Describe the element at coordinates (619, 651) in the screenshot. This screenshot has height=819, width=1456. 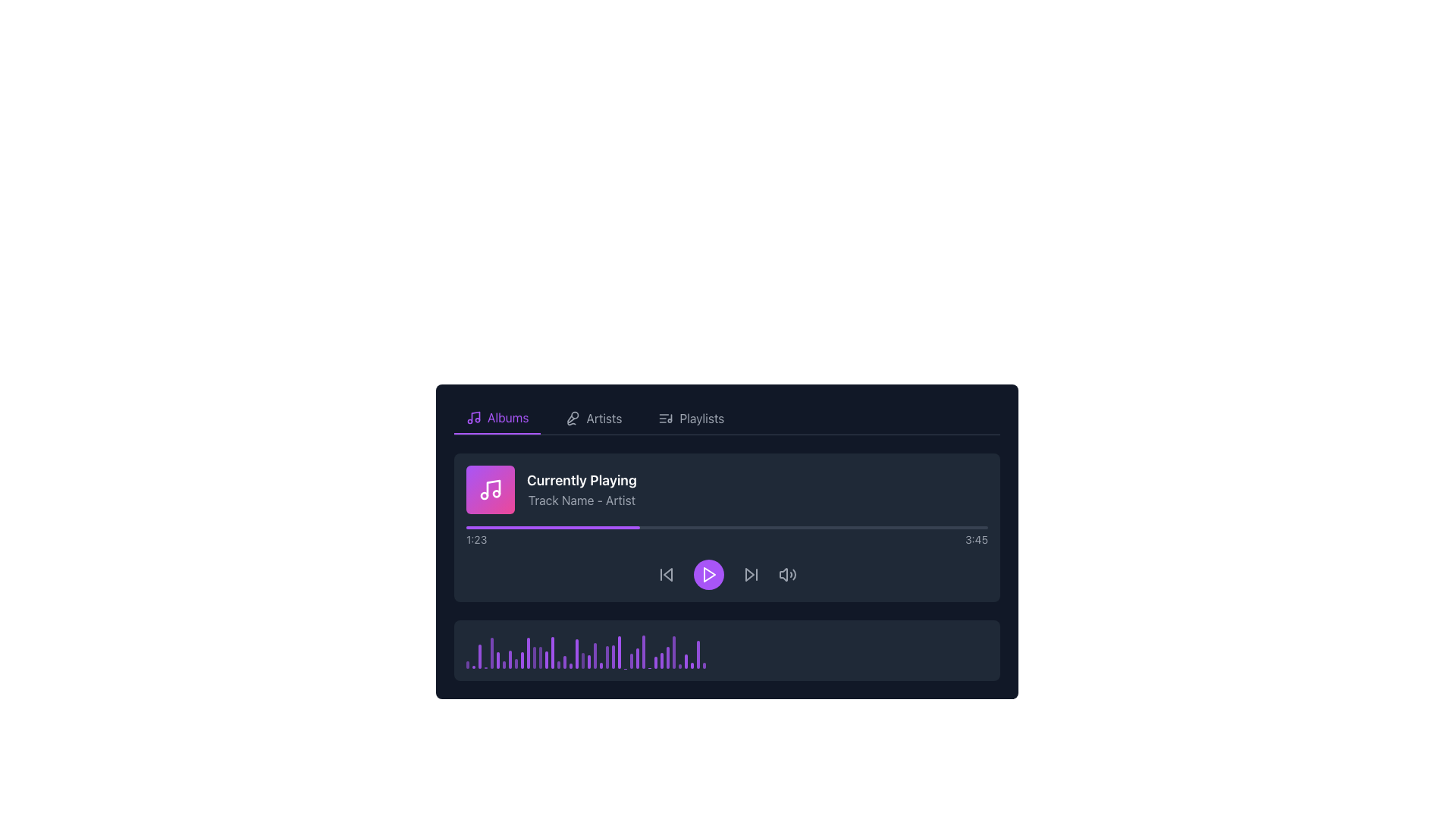
I see `the purple vertical bar with rounded top and bottom, which is the twenty-fifth in the waveform visualization located at the bottom of the interface` at that location.